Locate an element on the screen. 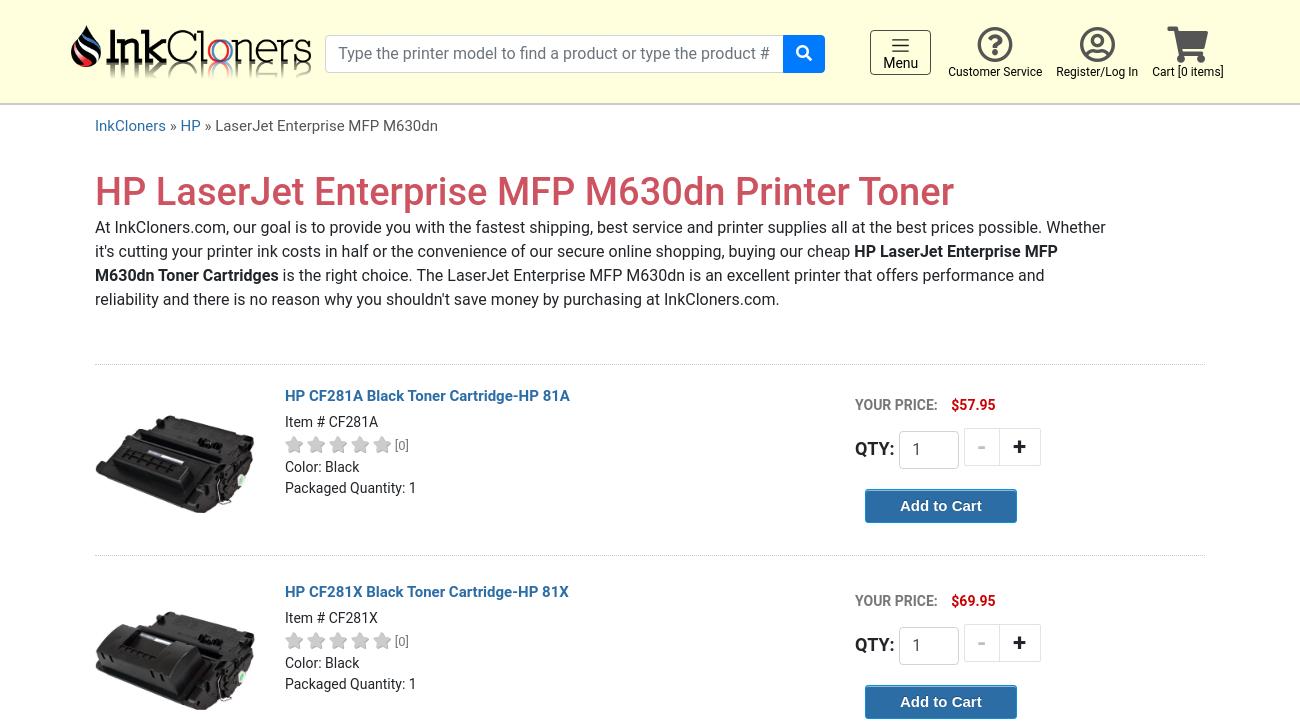  'InkCloners' is located at coordinates (95, 126).